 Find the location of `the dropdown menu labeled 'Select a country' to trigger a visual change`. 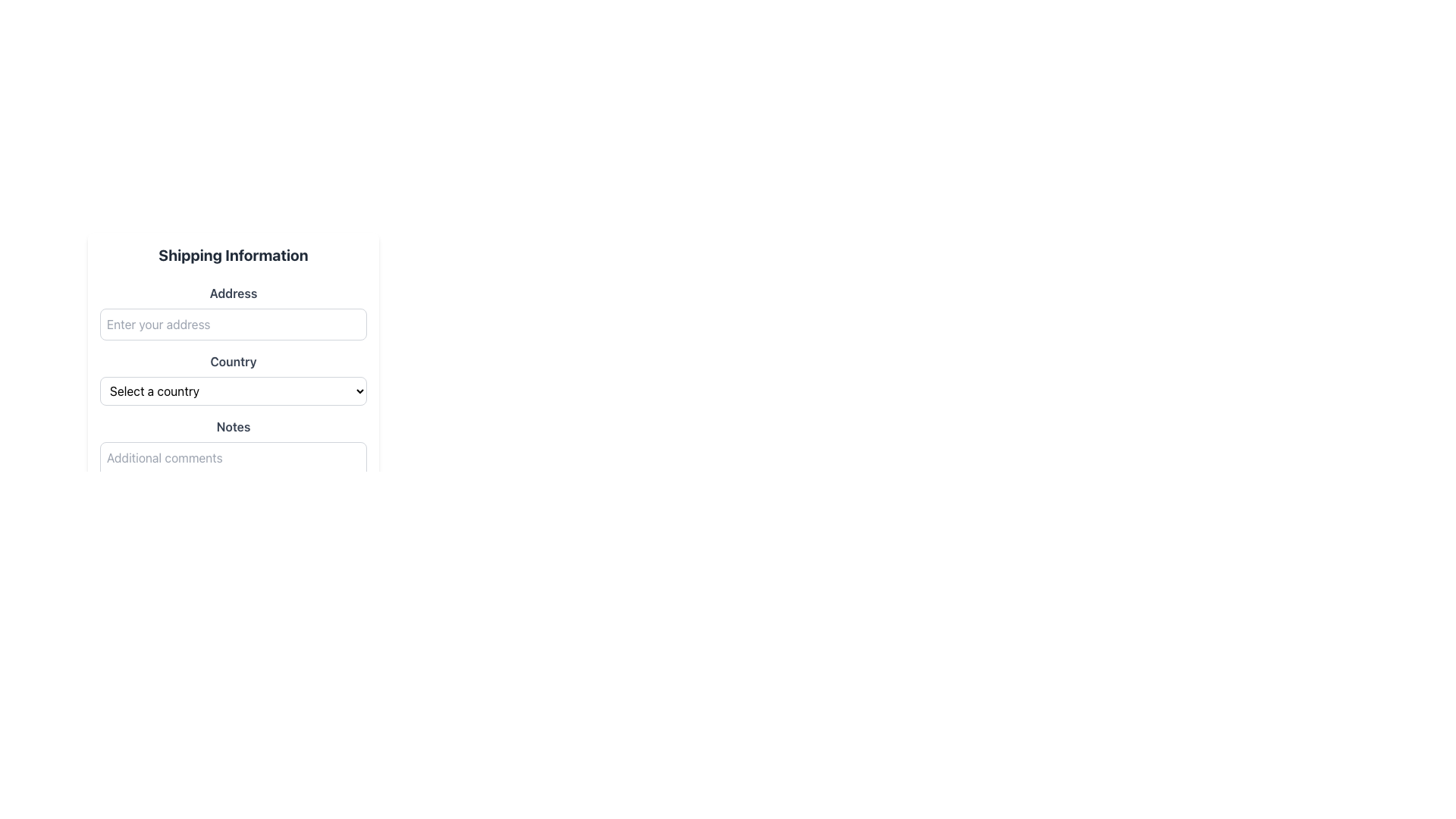

the dropdown menu labeled 'Select a country' to trigger a visual change is located at coordinates (232, 391).